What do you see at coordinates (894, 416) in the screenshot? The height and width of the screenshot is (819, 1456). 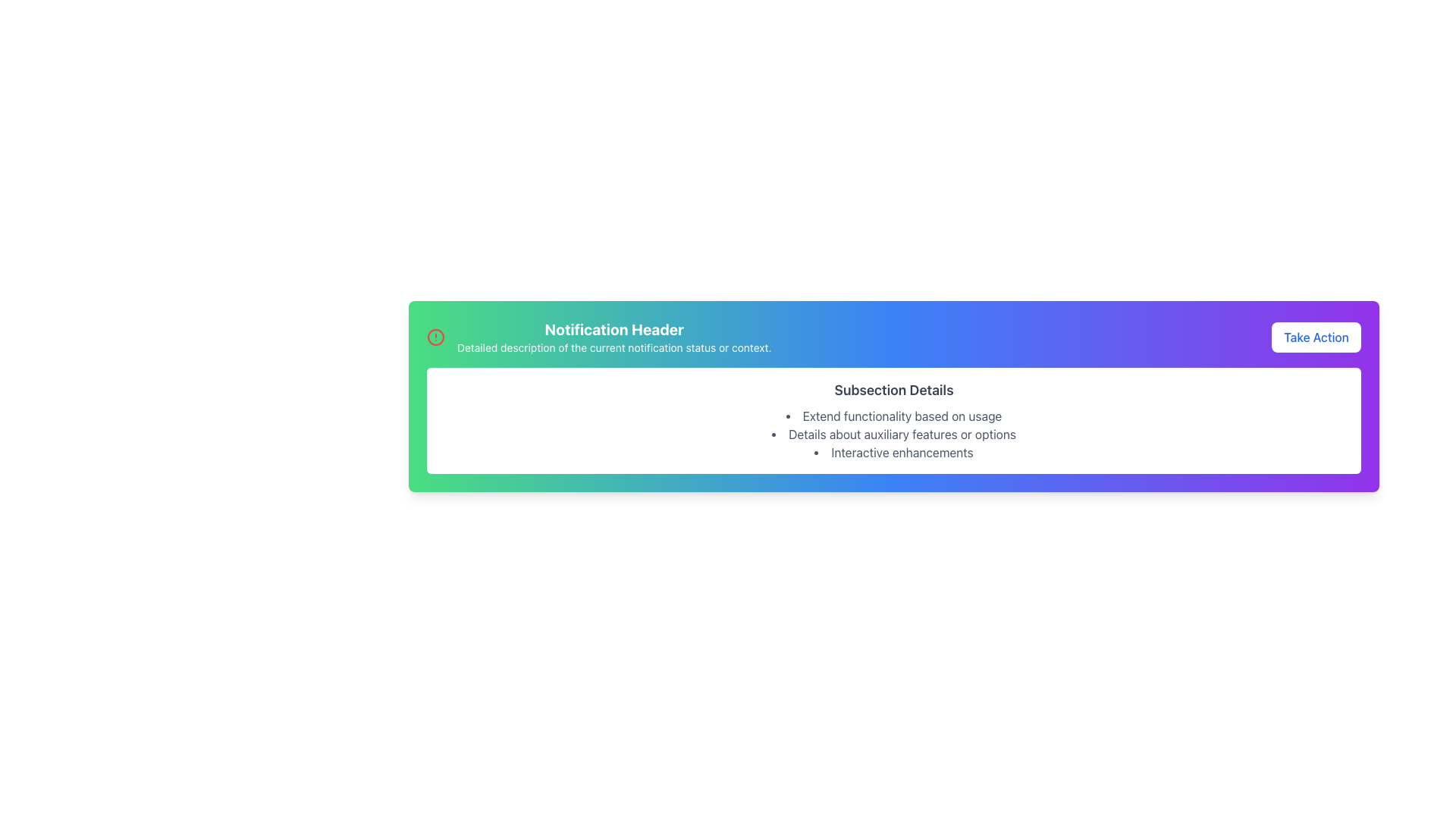 I see `the descriptive list item located at the first position under the header 'Subsection Details', which provides additional information about the section` at bounding box center [894, 416].